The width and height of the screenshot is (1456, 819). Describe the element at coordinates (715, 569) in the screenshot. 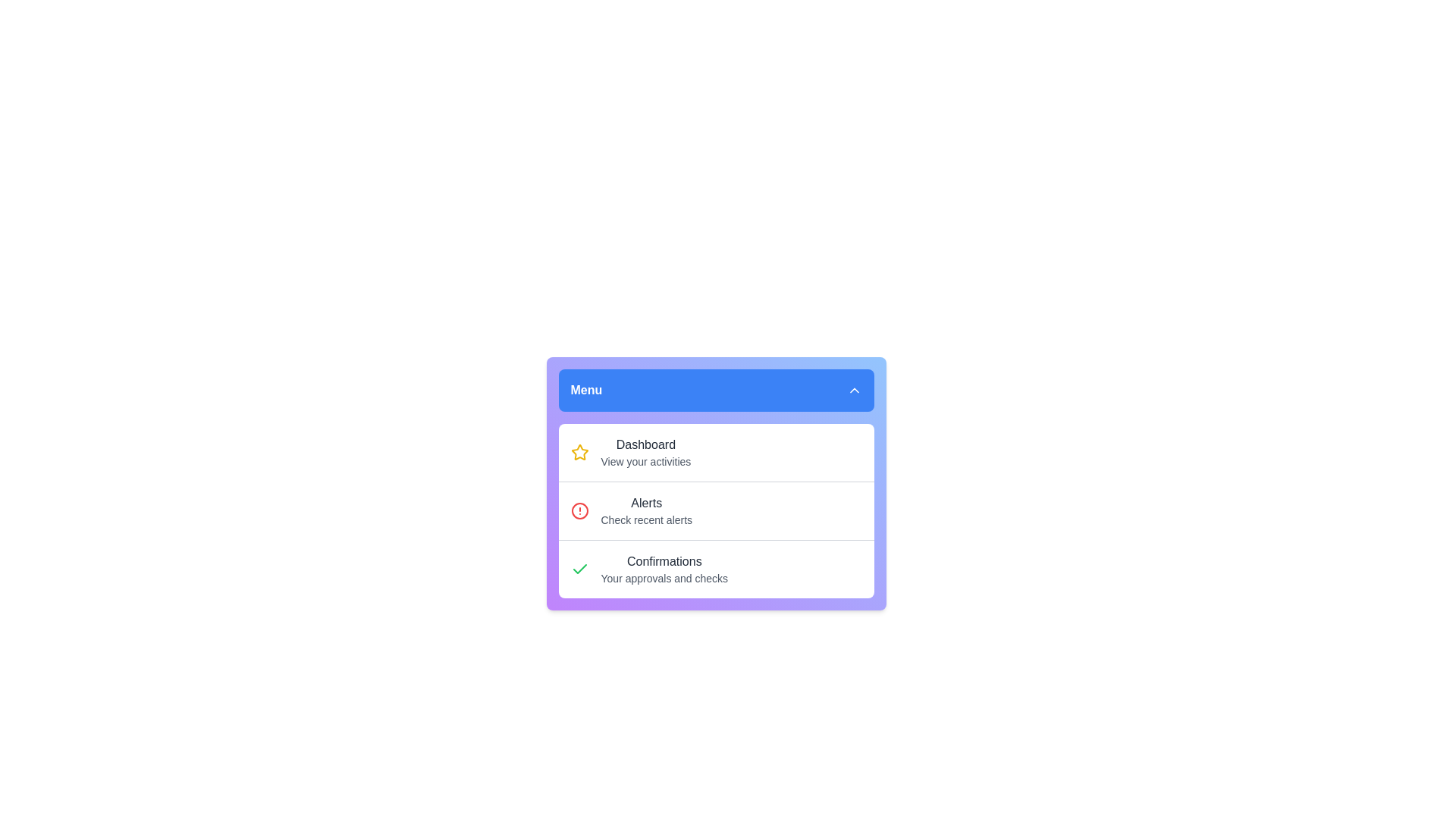

I see `the third menu item in the vertically stacked menu list` at that location.